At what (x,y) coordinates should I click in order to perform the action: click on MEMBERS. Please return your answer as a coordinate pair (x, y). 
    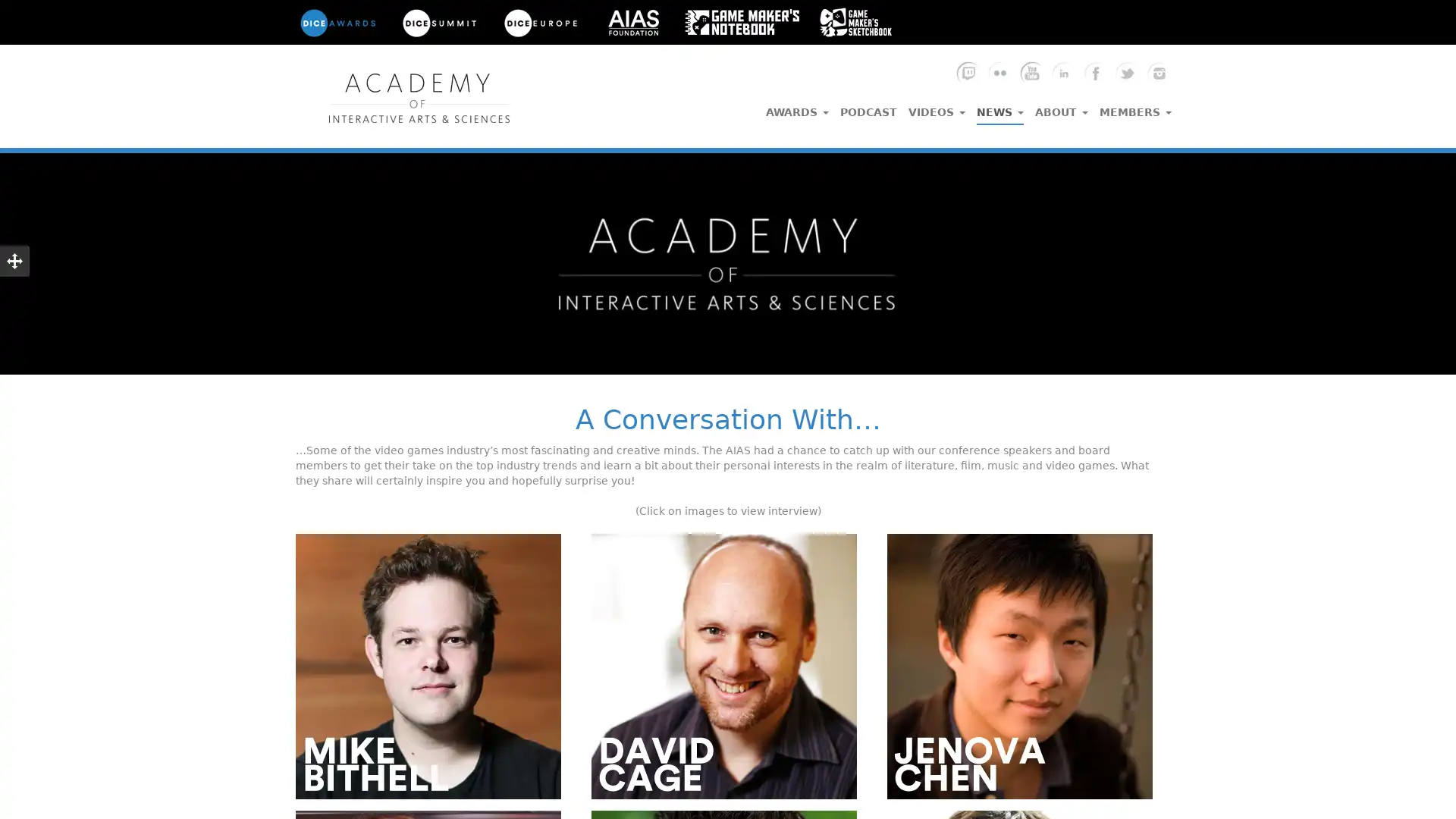
    Looking at the image, I should click on (1135, 107).